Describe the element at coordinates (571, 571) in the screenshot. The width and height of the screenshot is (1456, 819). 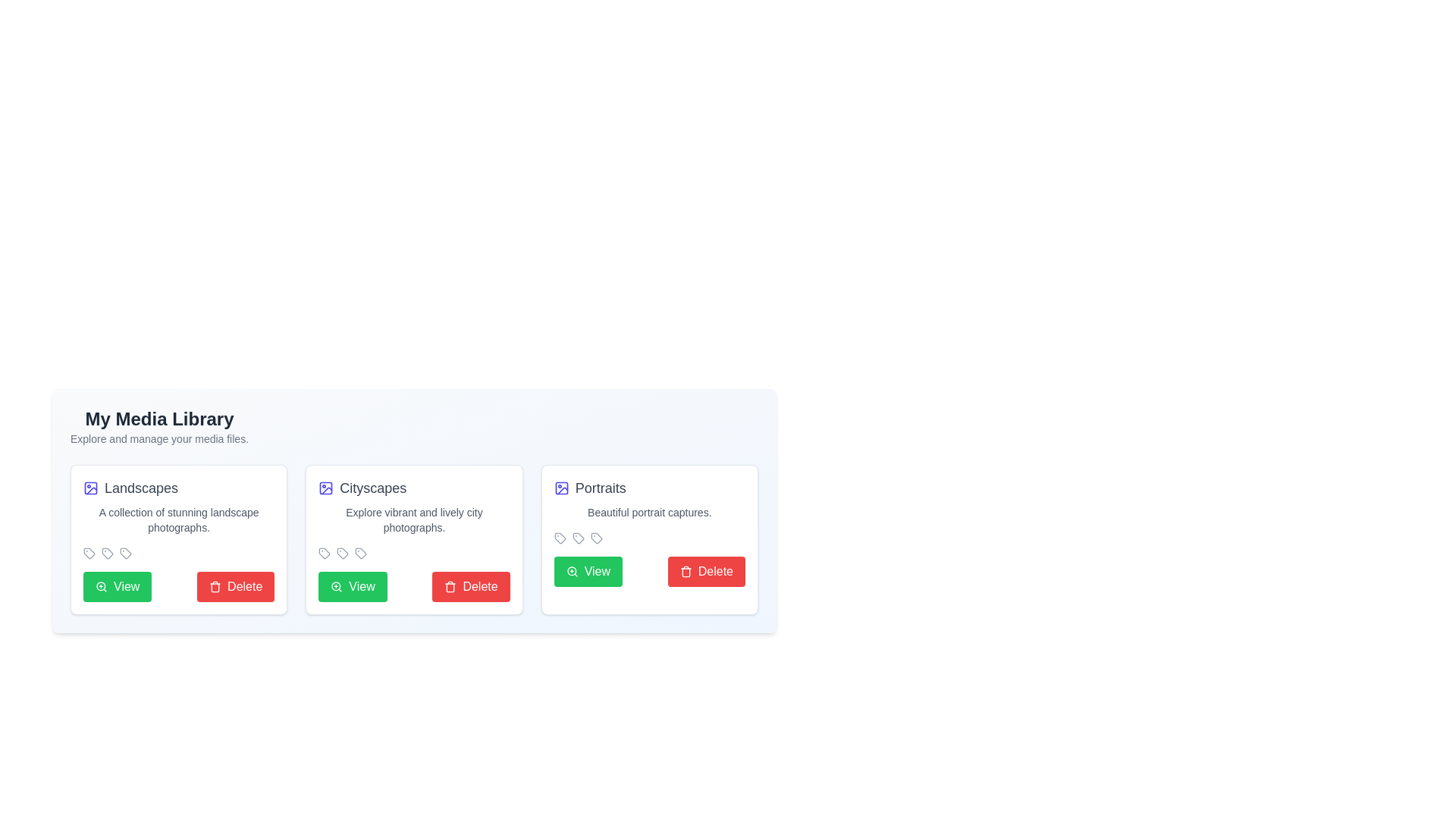
I see `the circular magnifying glass icon with a plus sign in its center, located inside the 'View' button in the third panel labeled 'Portraits'` at that location.